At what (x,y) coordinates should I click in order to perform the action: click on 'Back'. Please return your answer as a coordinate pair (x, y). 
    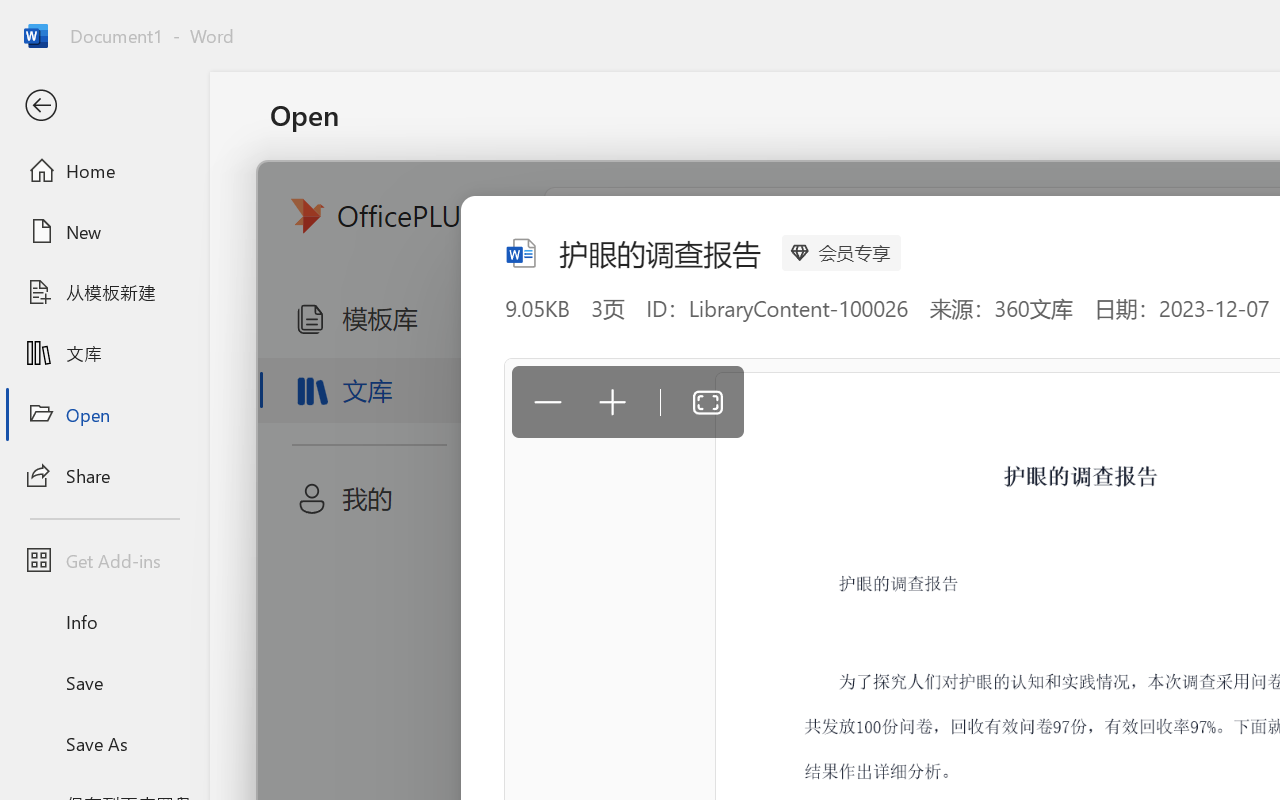
    Looking at the image, I should click on (103, 105).